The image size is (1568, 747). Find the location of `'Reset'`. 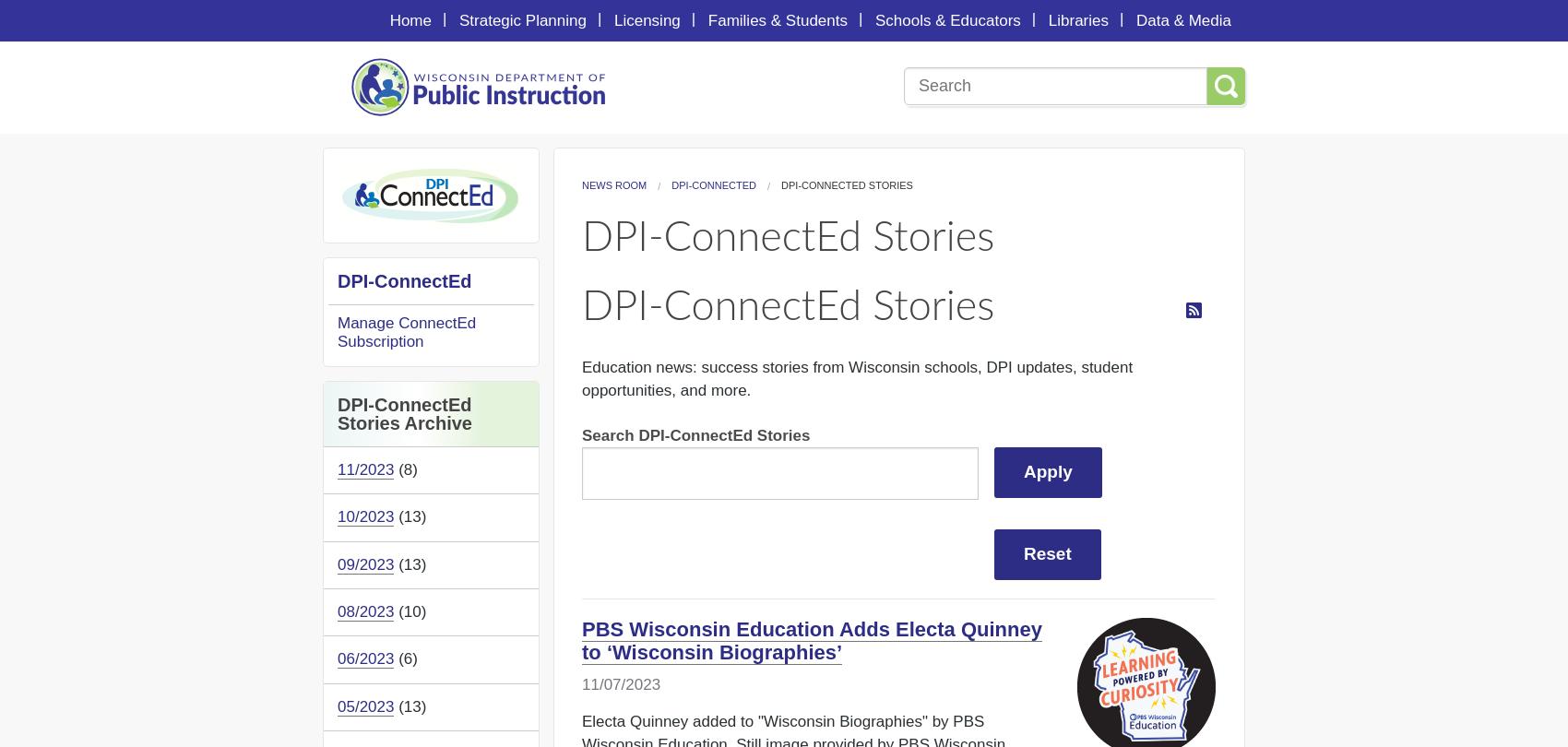

'Reset' is located at coordinates (1047, 553).